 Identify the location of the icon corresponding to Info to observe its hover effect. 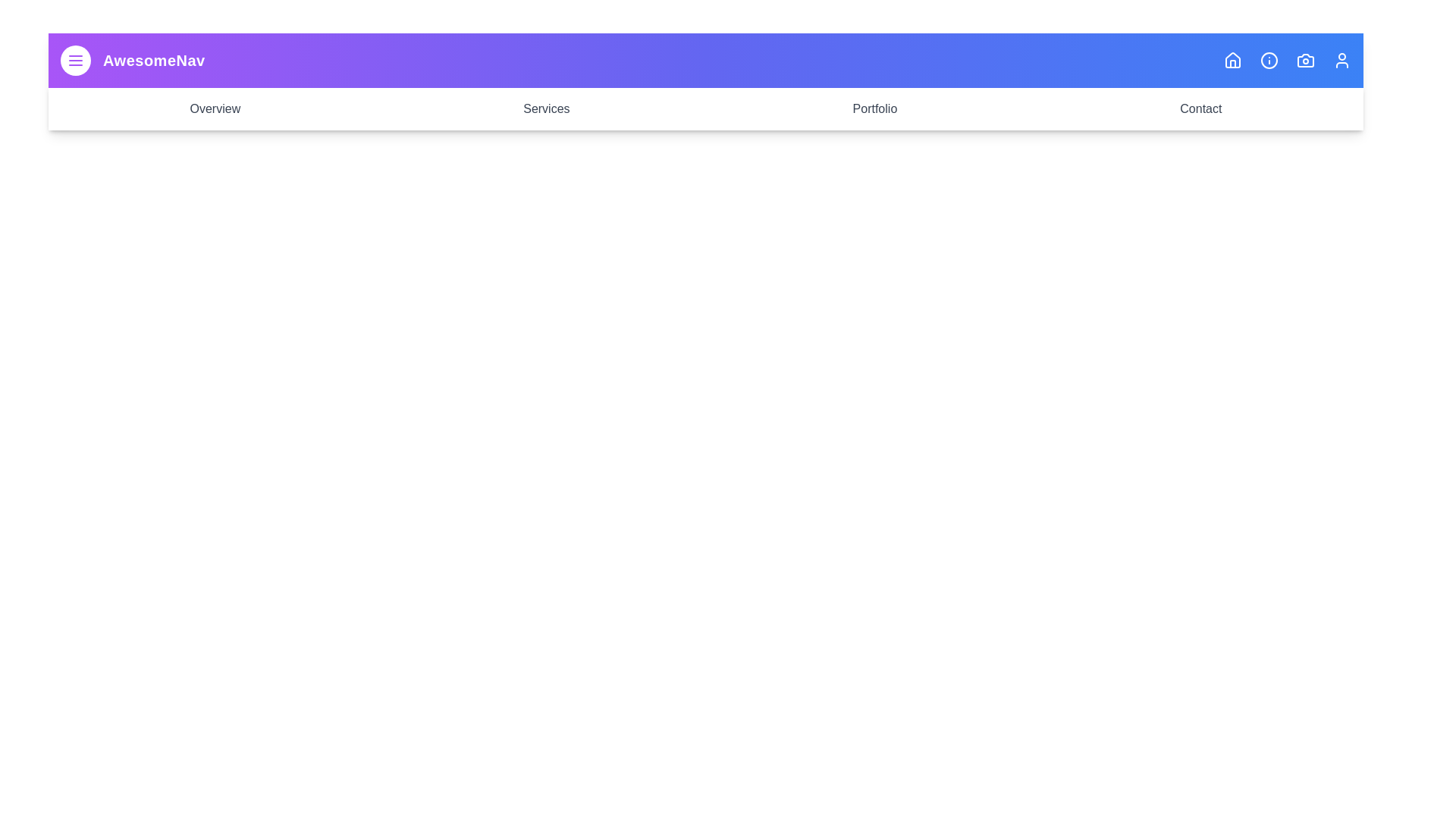
(1269, 60).